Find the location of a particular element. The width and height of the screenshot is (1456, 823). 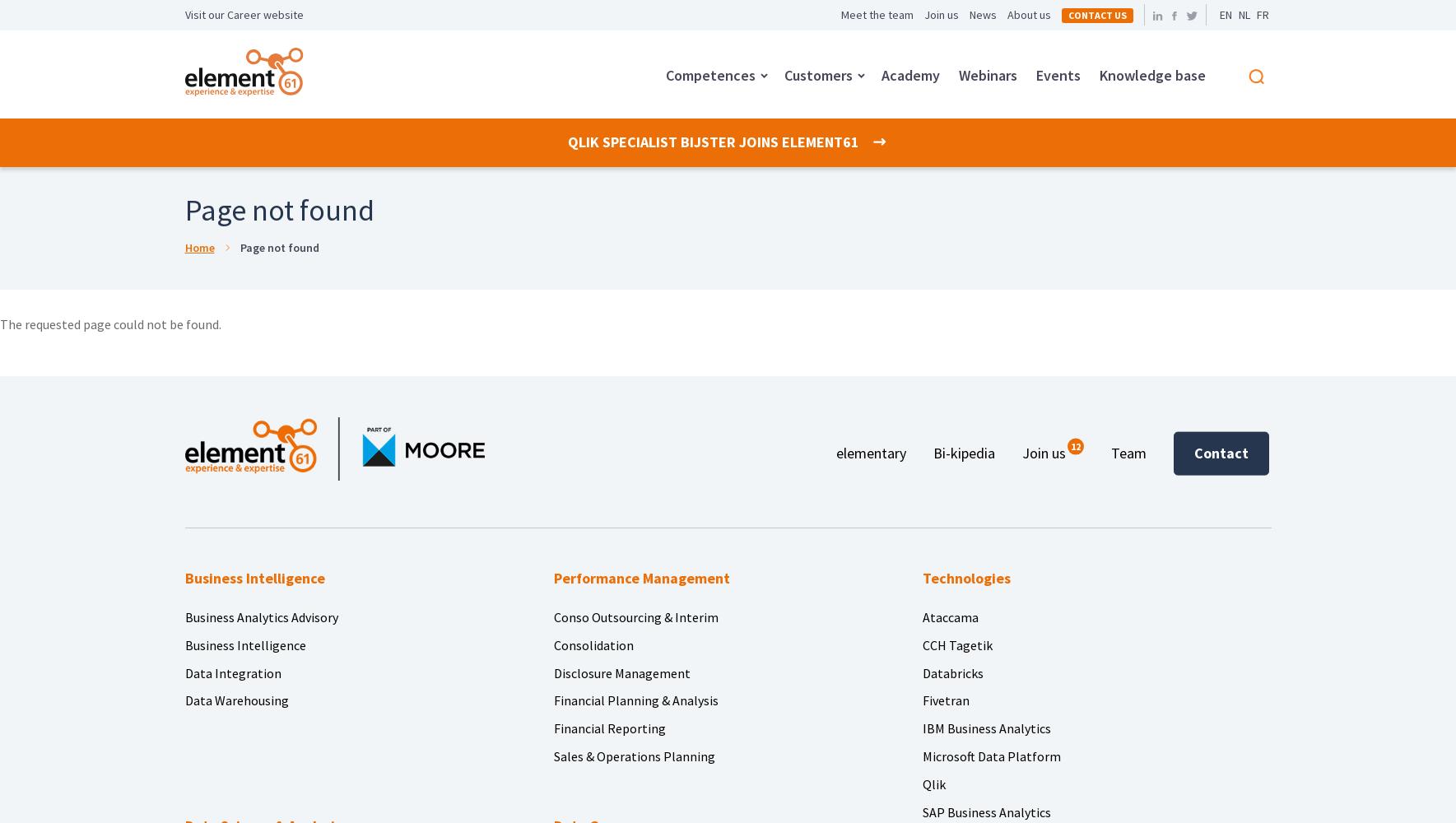

'The requested page could not be found.' is located at coordinates (109, 323).